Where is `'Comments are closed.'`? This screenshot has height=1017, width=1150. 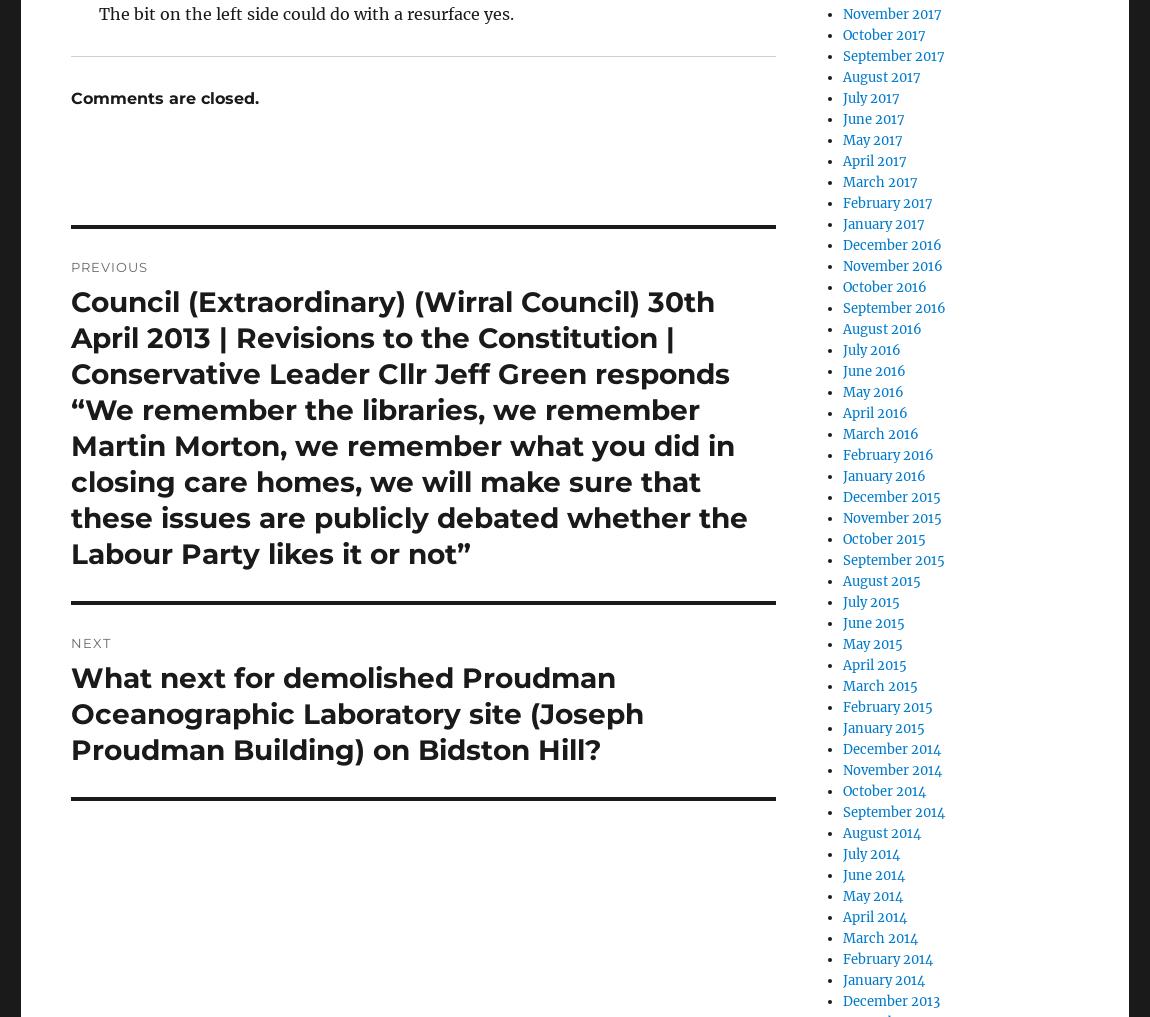
'Comments are closed.' is located at coordinates (164, 98).